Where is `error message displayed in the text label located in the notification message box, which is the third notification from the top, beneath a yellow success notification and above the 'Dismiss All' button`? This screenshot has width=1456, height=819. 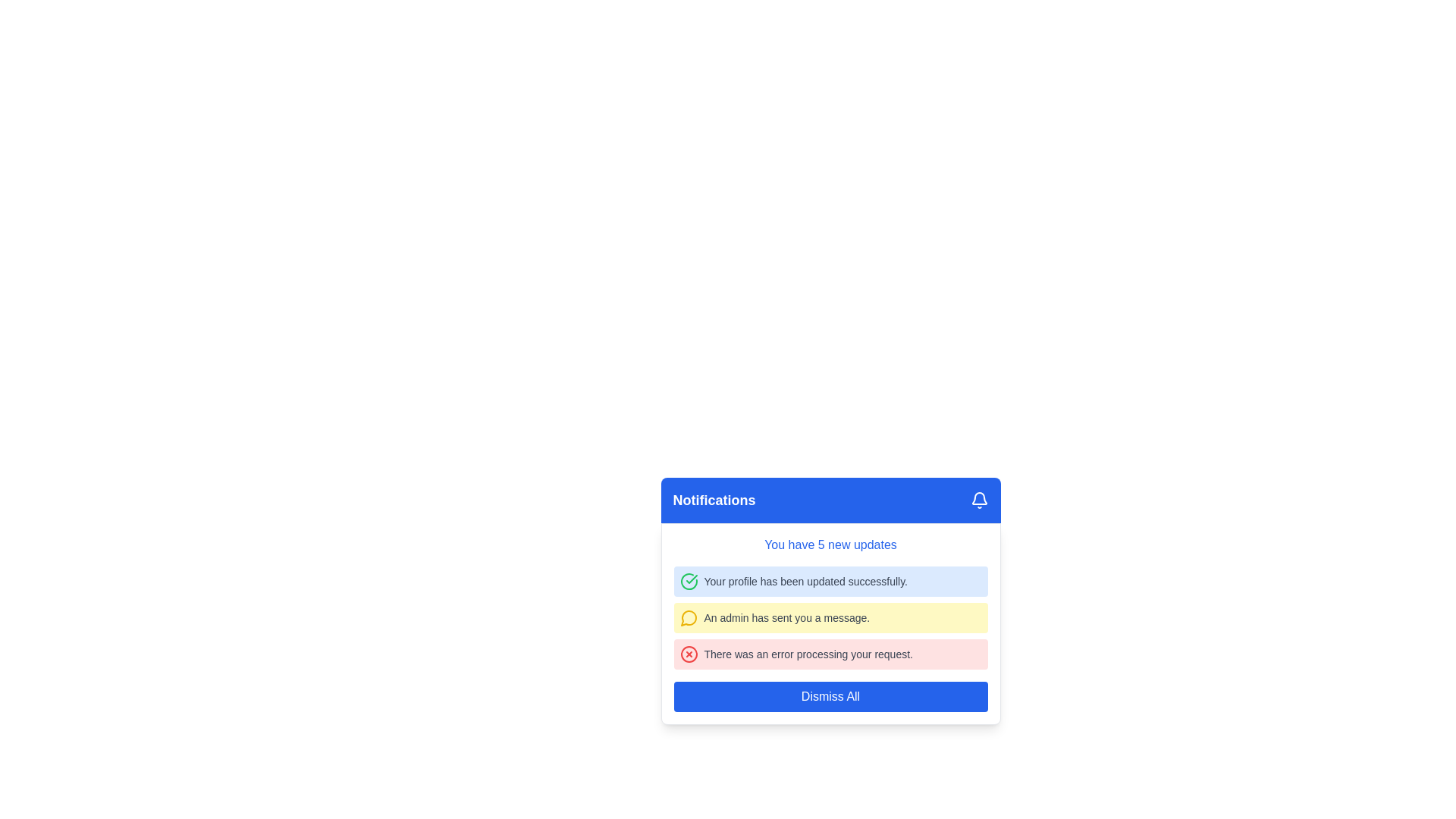
error message displayed in the text label located in the notification message box, which is the third notification from the top, beneath a yellow success notification and above the 'Dismiss All' button is located at coordinates (808, 654).